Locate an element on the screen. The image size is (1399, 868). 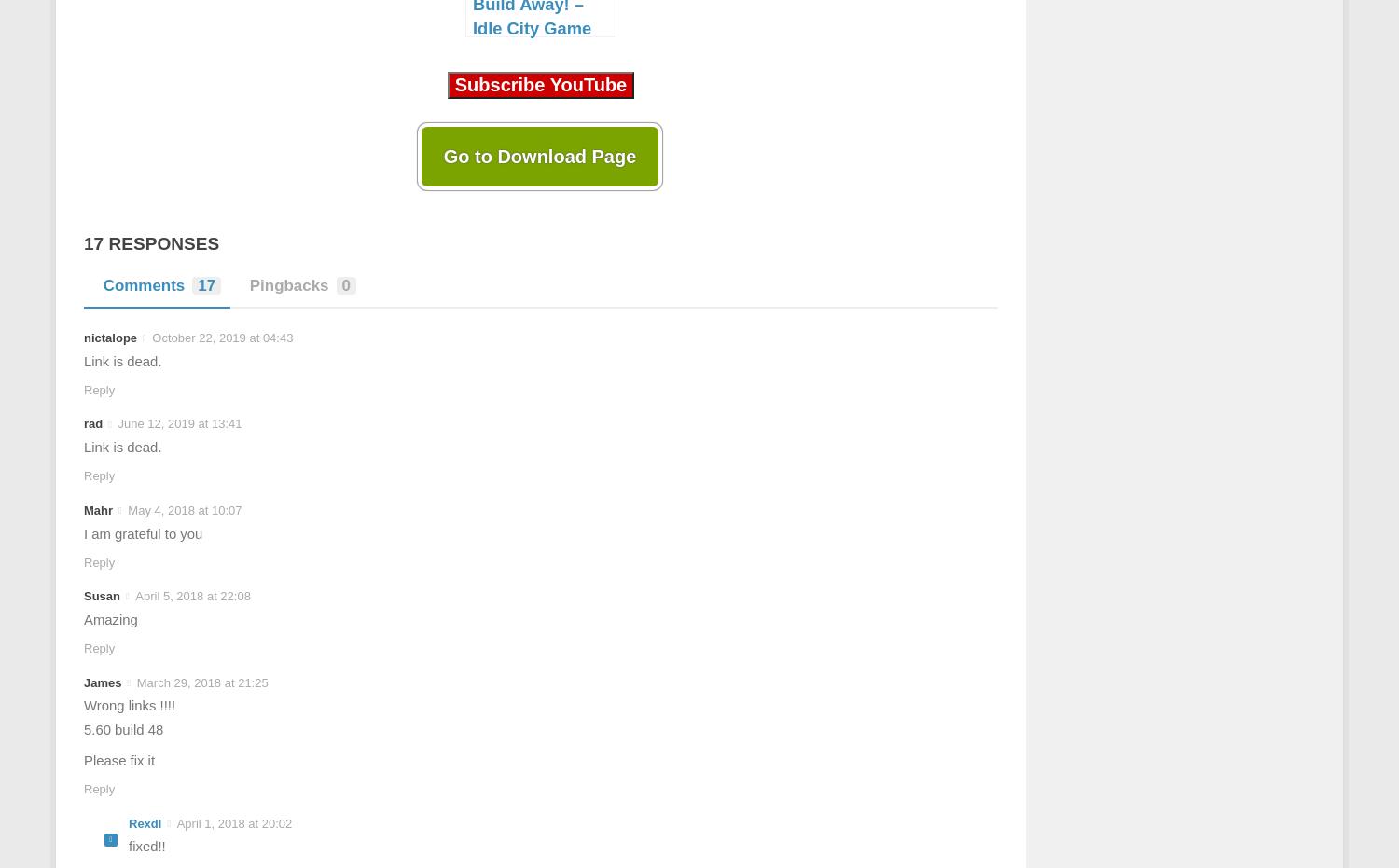
'nictalope' is located at coordinates (109, 338).